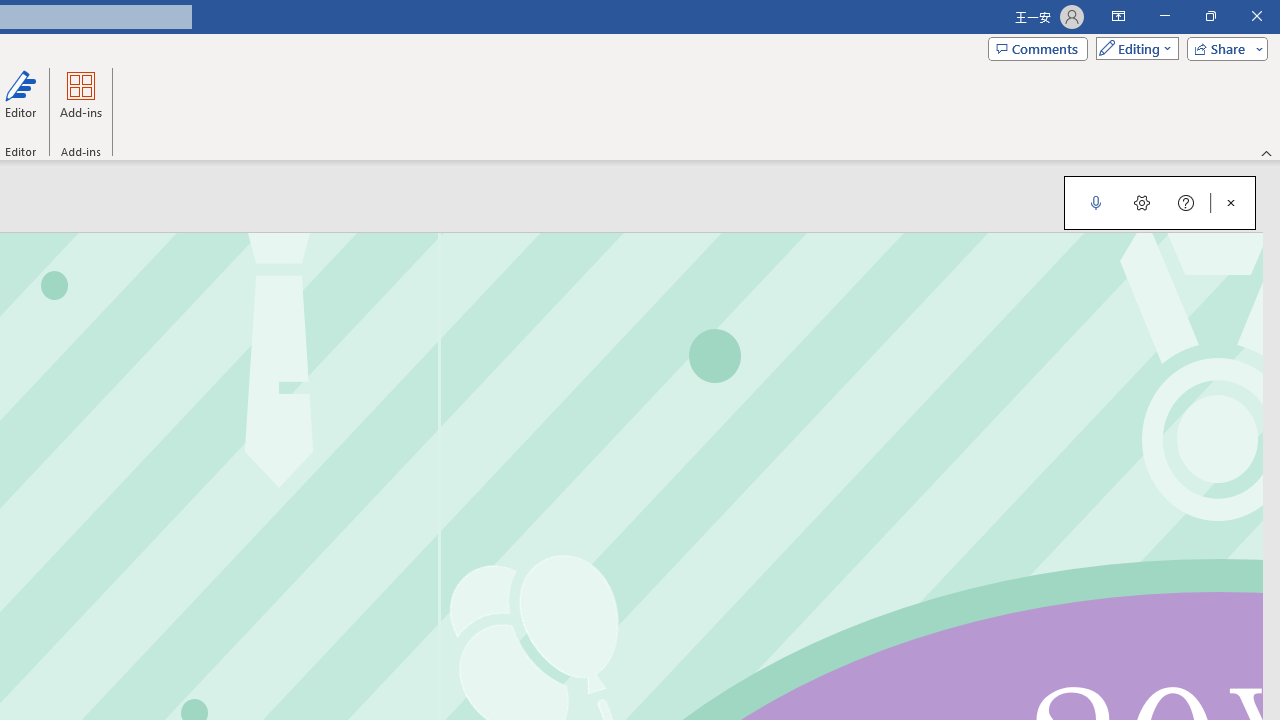  I want to click on 'Editor', so click(21, 103).